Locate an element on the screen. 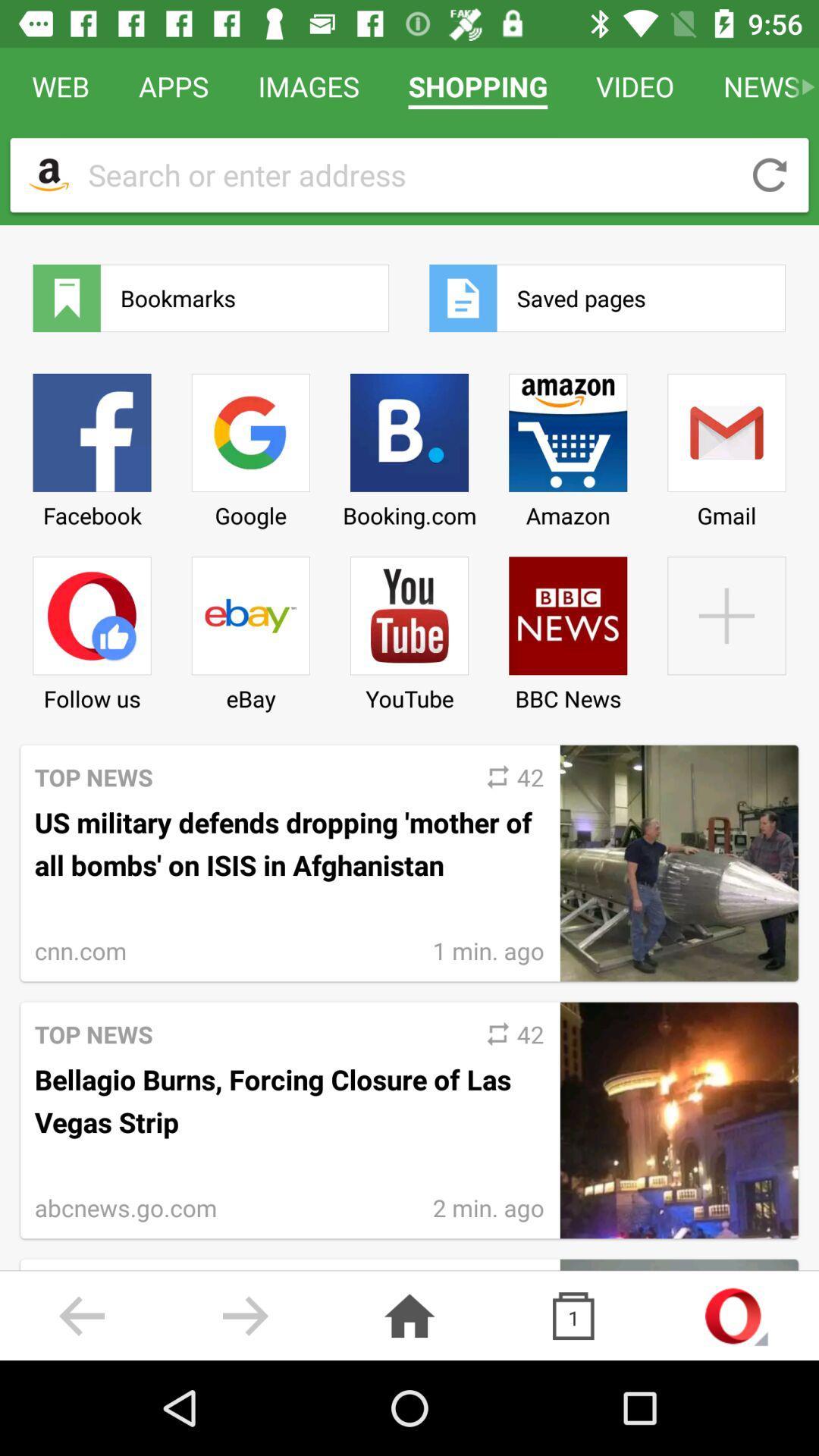  the arrow_forward icon is located at coordinates (245, 1315).